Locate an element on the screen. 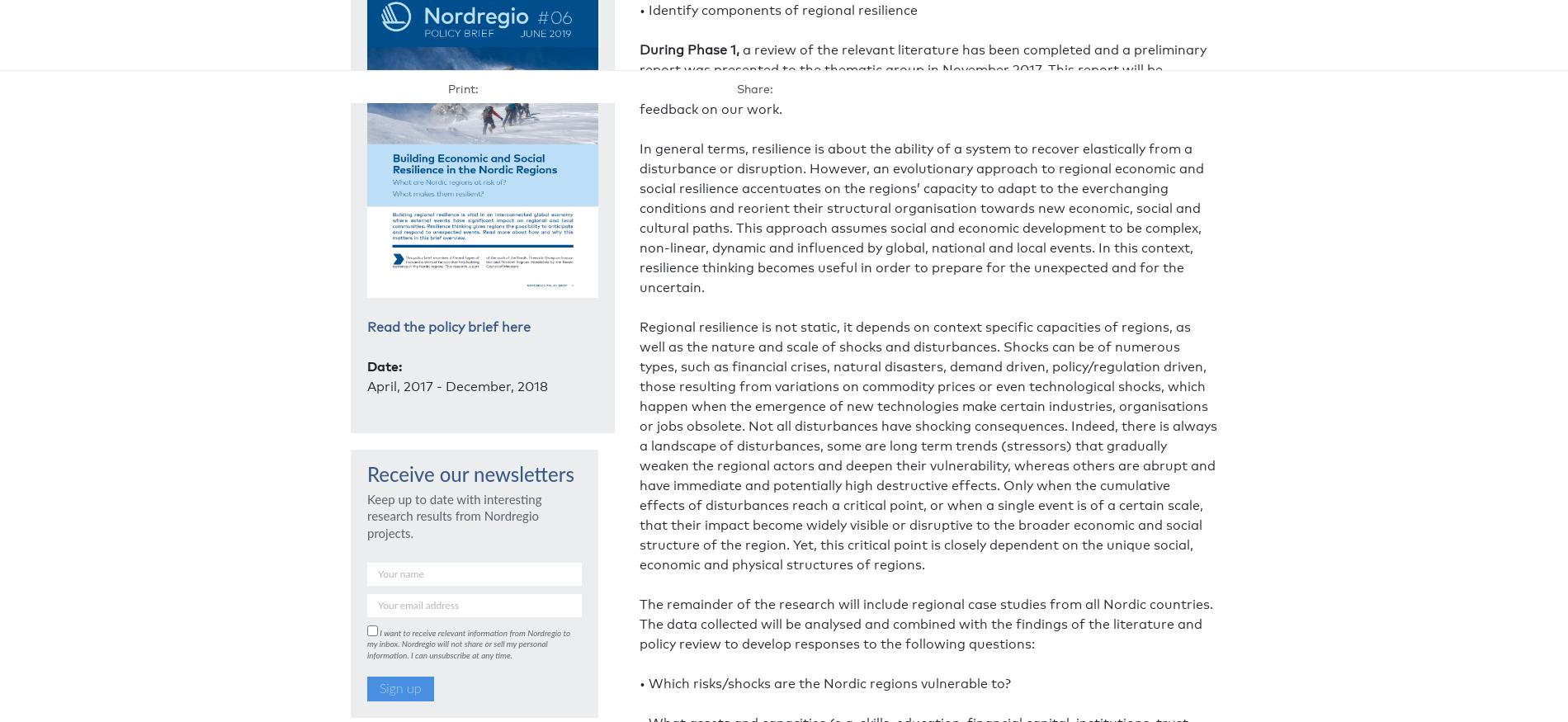 The height and width of the screenshot is (722, 1568). '• Identify components of regional resilience' is located at coordinates (777, 8).